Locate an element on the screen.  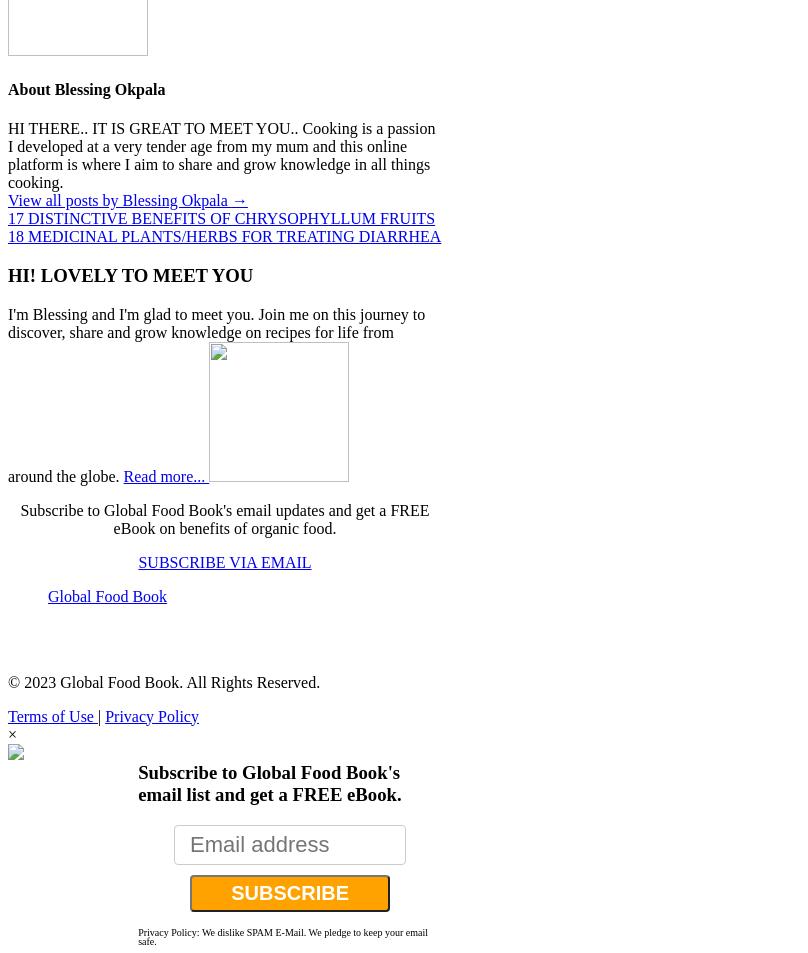
'Blessing Okpala' is located at coordinates (108, 87).